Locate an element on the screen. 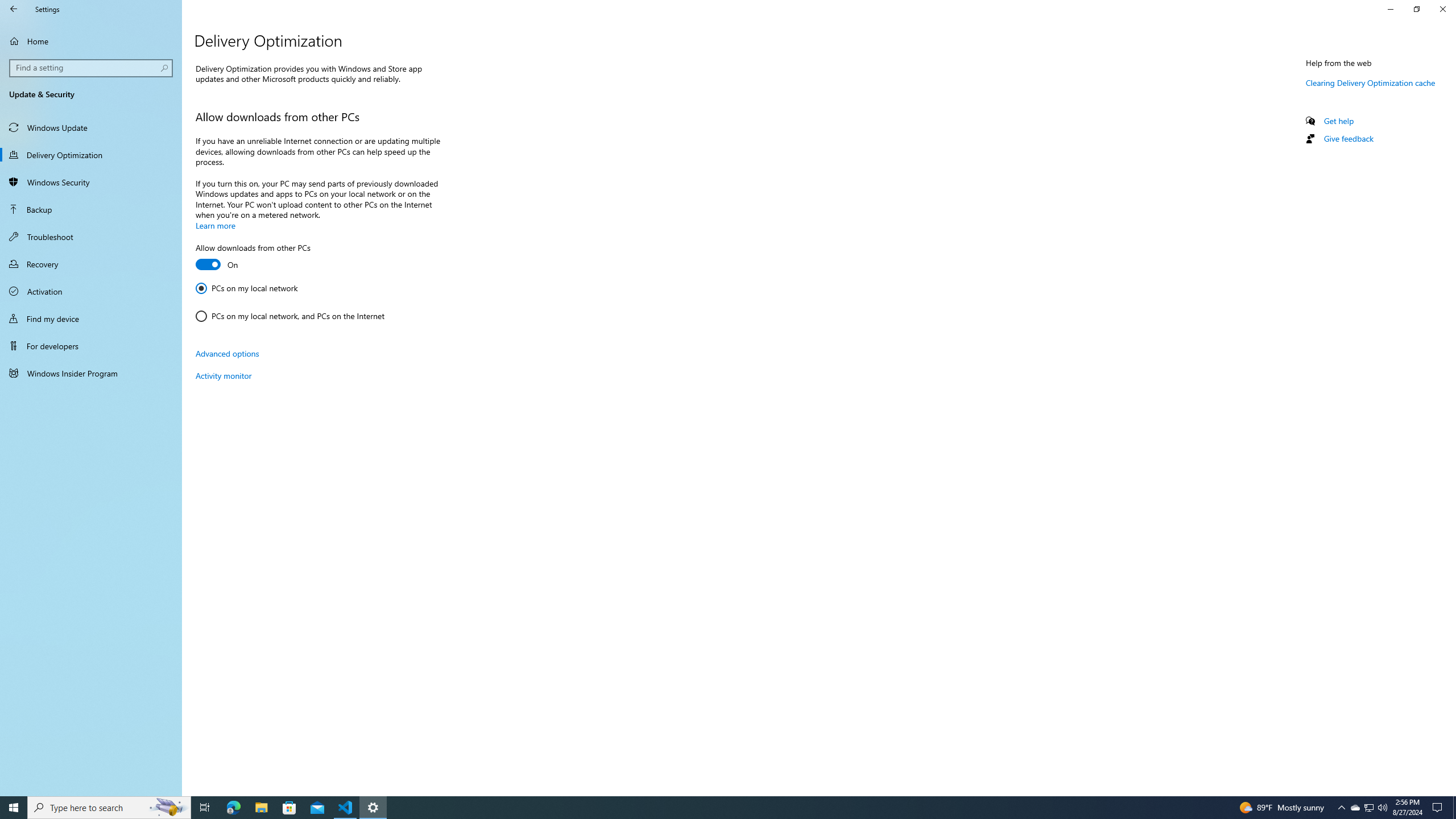 The image size is (1456, 819). 'Visual Studio Code - 1 running window' is located at coordinates (345, 806).